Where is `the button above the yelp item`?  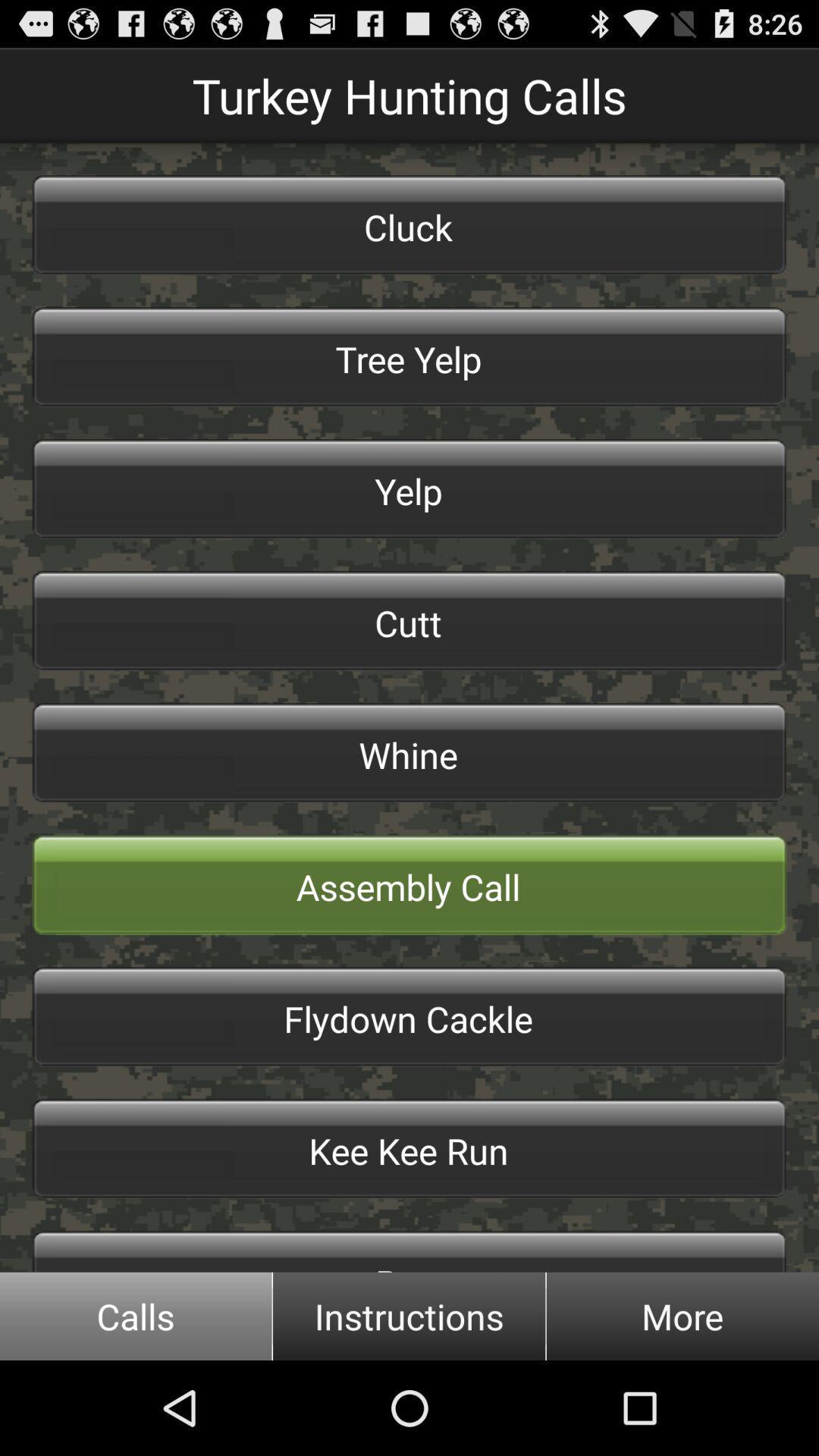 the button above the yelp item is located at coordinates (409, 356).